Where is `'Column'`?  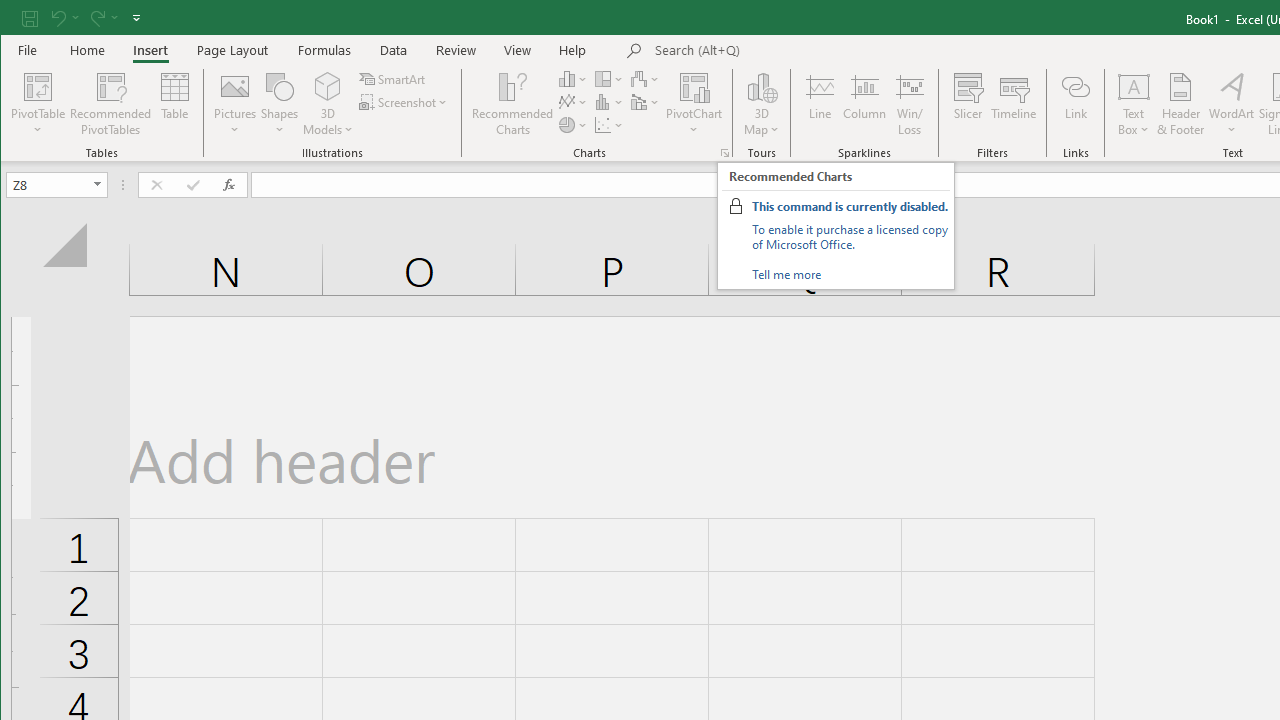
'Column' is located at coordinates (865, 104).